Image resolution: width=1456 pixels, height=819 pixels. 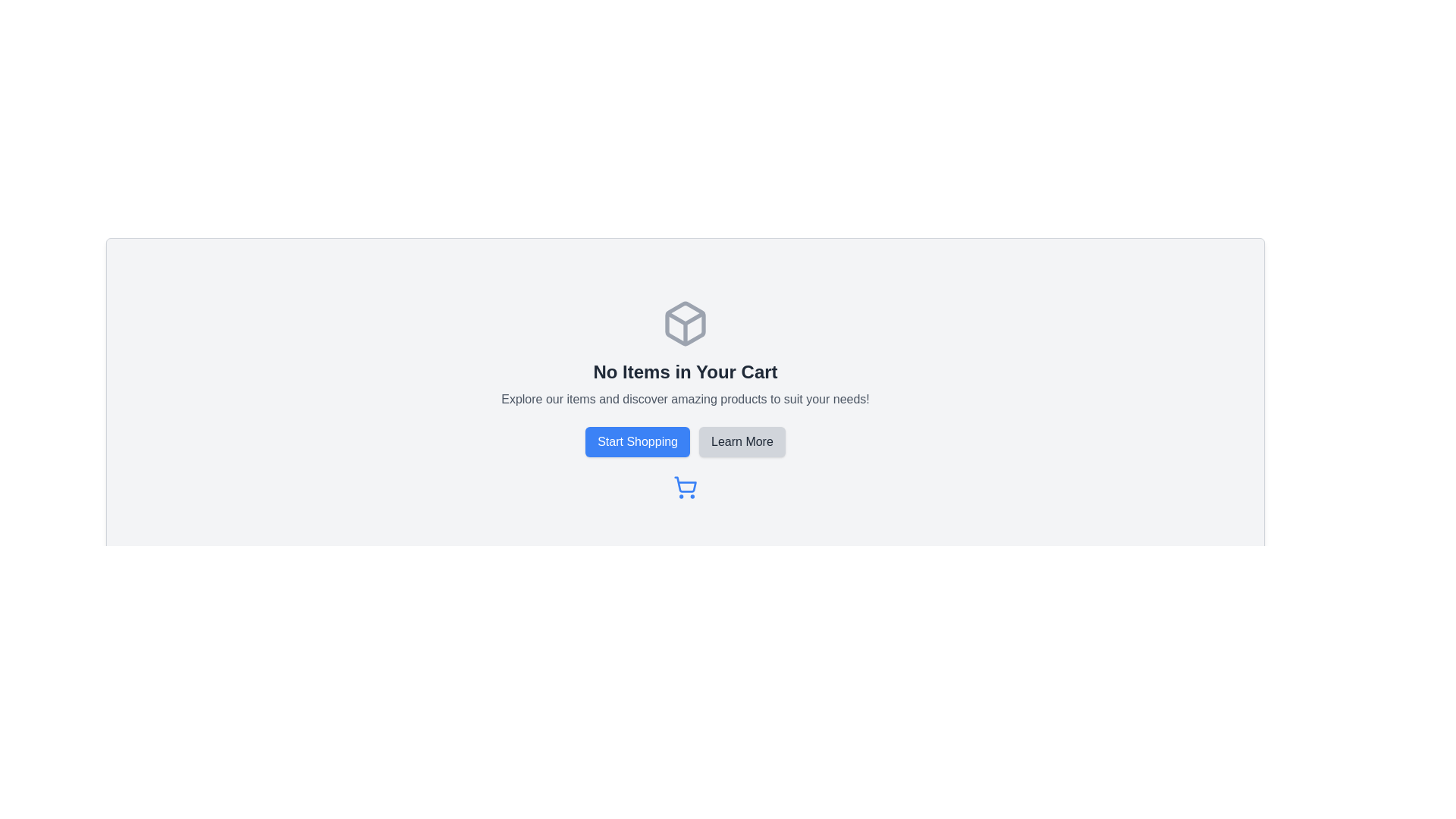 What do you see at coordinates (684, 399) in the screenshot?
I see `the text display that provides additional information or instructions to the user, located below the header 'No Items in Your Cart' and above the buttons 'Start Shopping' and 'Learn More'` at bounding box center [684, 399].